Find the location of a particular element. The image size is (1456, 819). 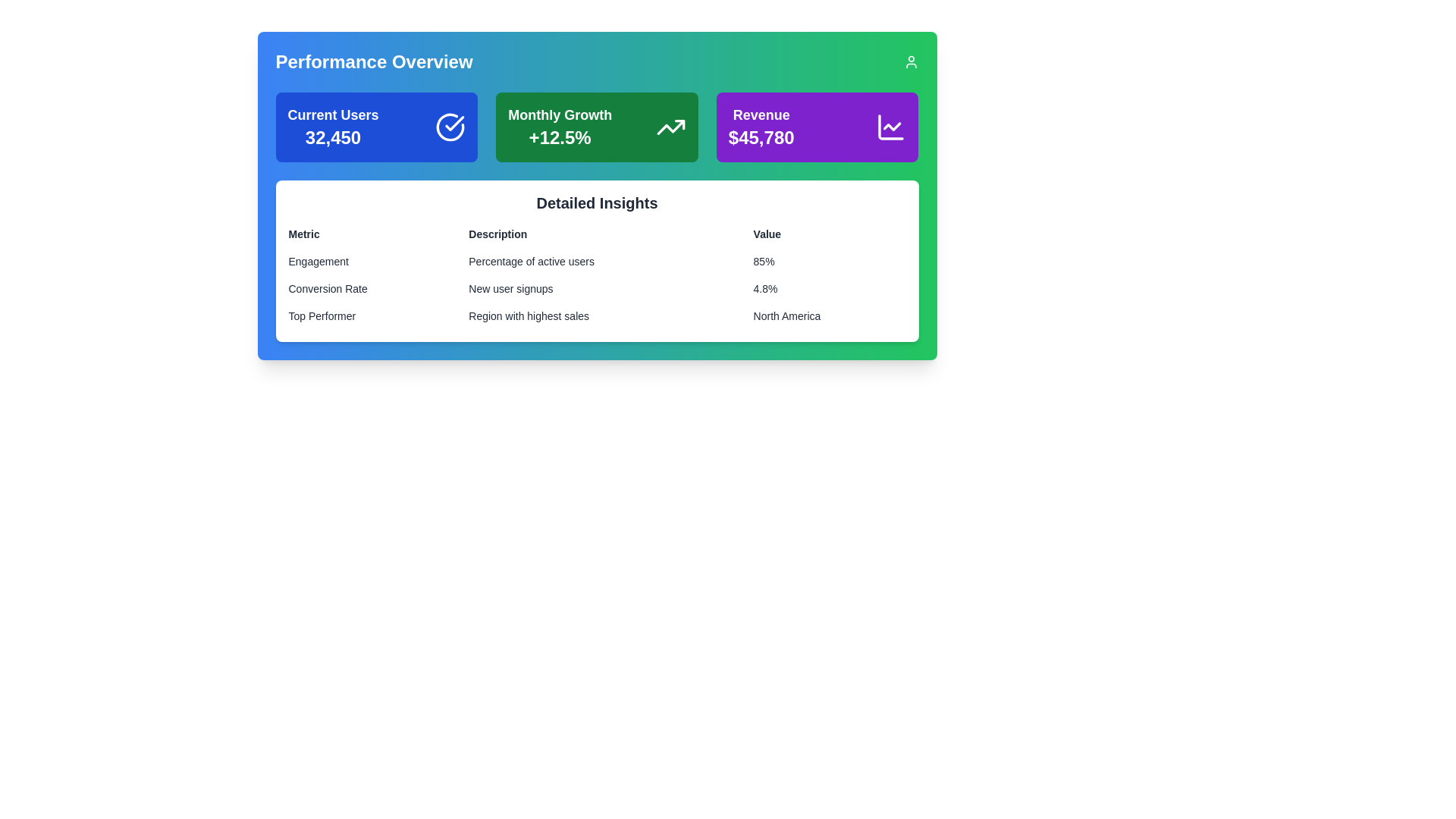

the text content of the label that says 'New user signups' located in the 'Description' column of the 'Detailed Insights' section under 'Conversion Rate' is located at coordinates (610, 289).